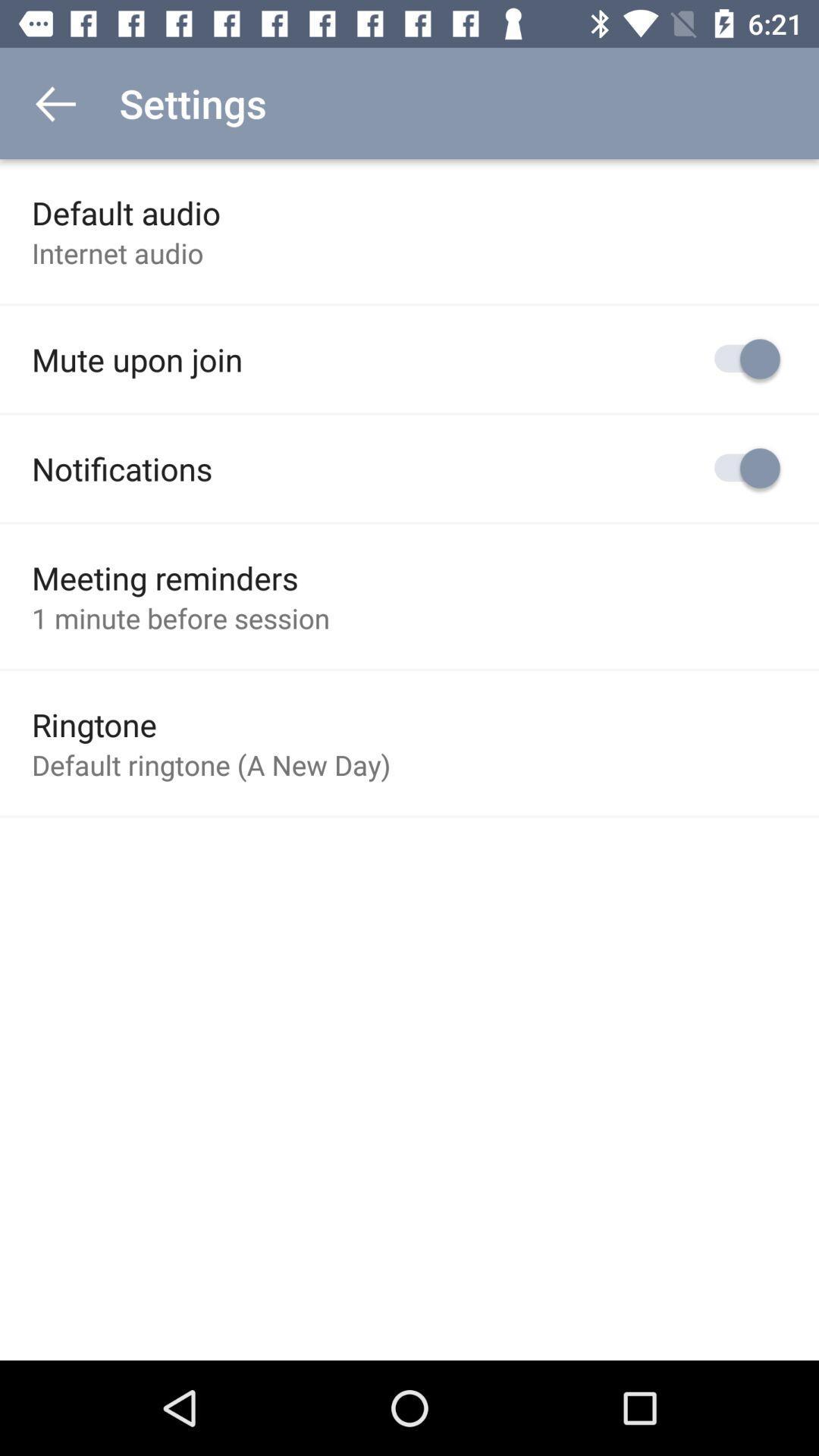  I want to click on the icon below default audio icon, so click(117, 253).